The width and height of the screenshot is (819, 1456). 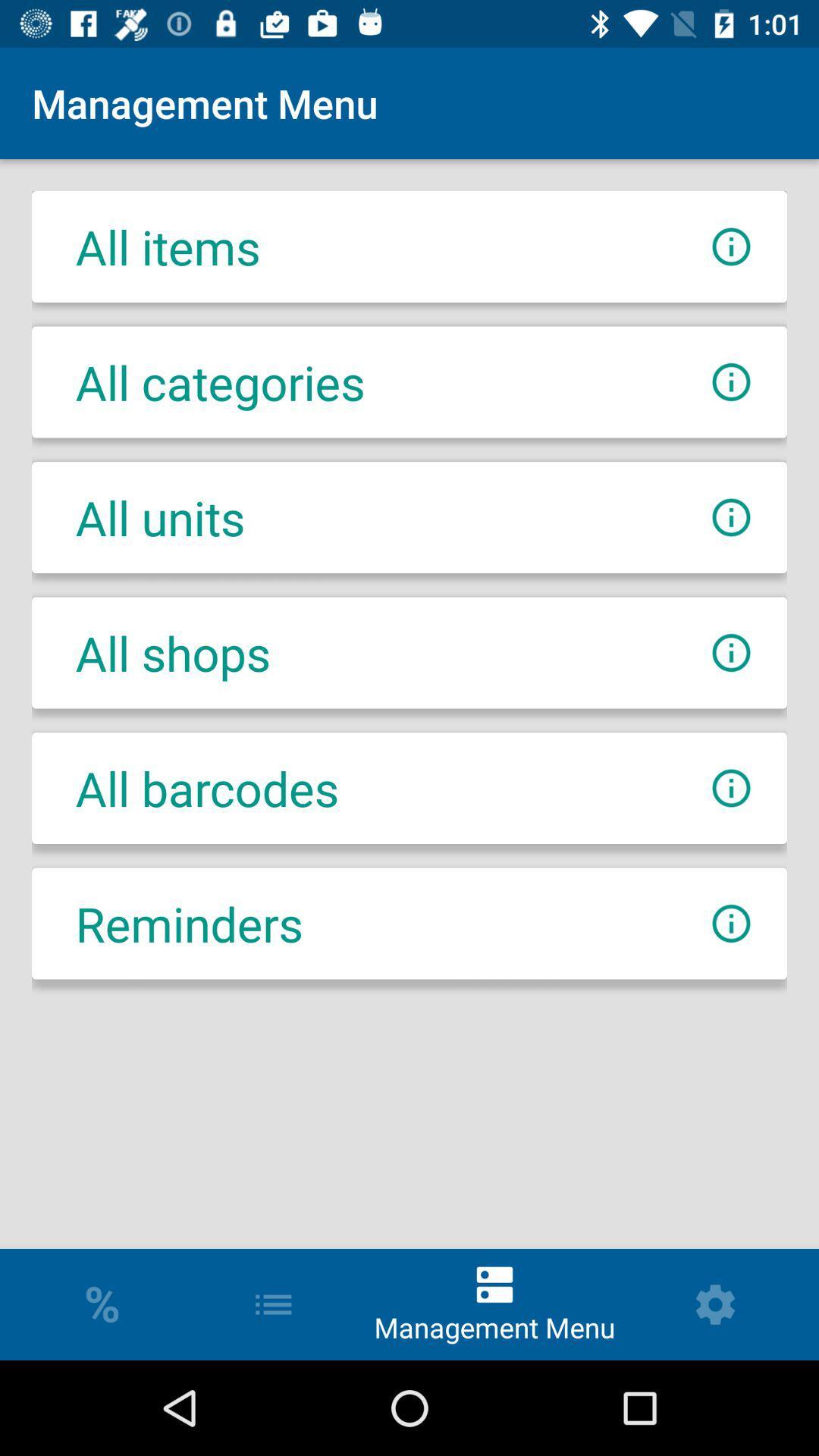 What do you see at coordinates (730, 246) in the screenshot?
I see `more information` at bounding box center [730, 246].